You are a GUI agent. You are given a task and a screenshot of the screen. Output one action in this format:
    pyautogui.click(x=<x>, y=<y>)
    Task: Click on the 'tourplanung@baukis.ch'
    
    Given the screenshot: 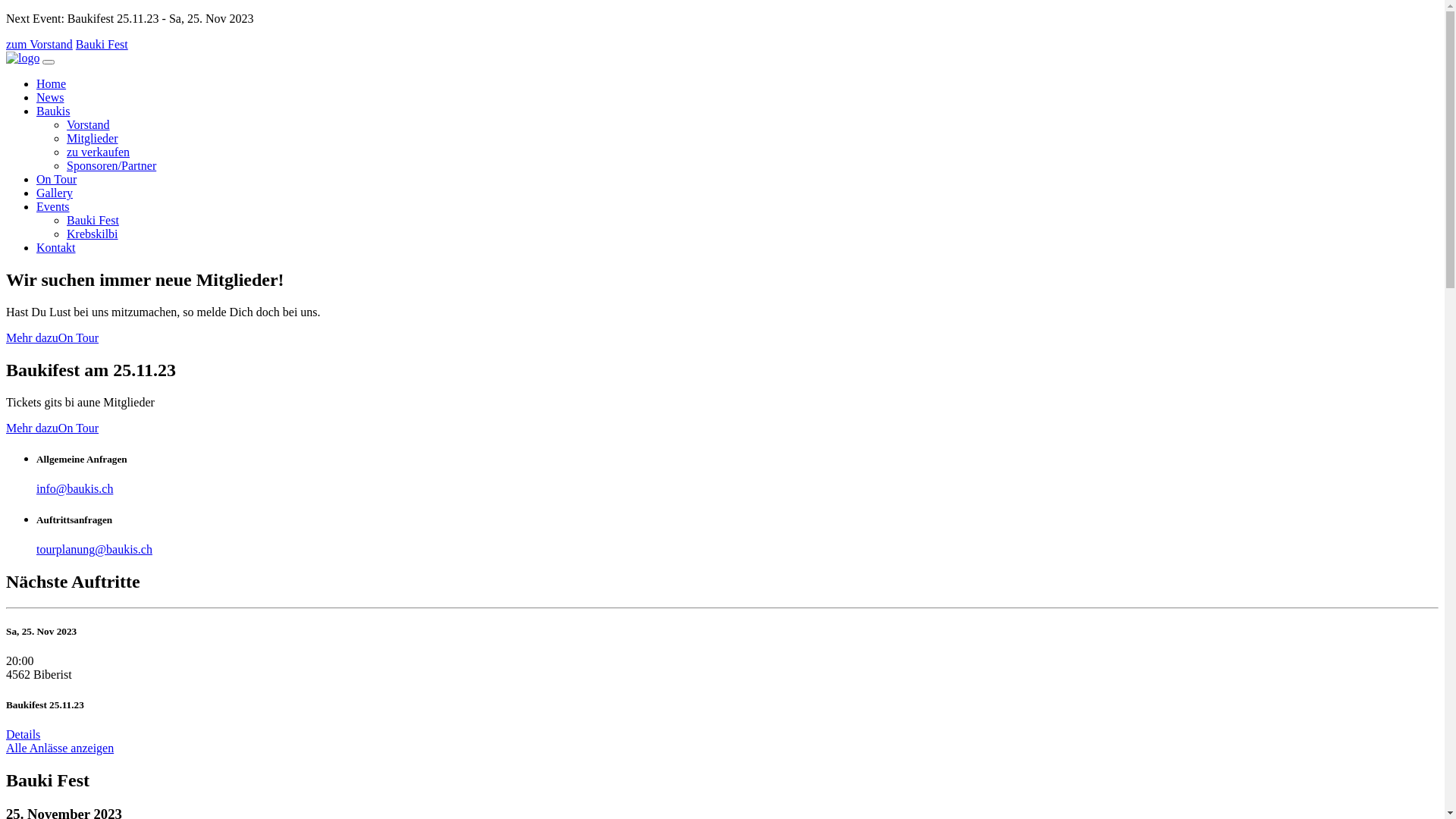 What is the action you would take?
    pyautogui.click(x=93, y=549)
    